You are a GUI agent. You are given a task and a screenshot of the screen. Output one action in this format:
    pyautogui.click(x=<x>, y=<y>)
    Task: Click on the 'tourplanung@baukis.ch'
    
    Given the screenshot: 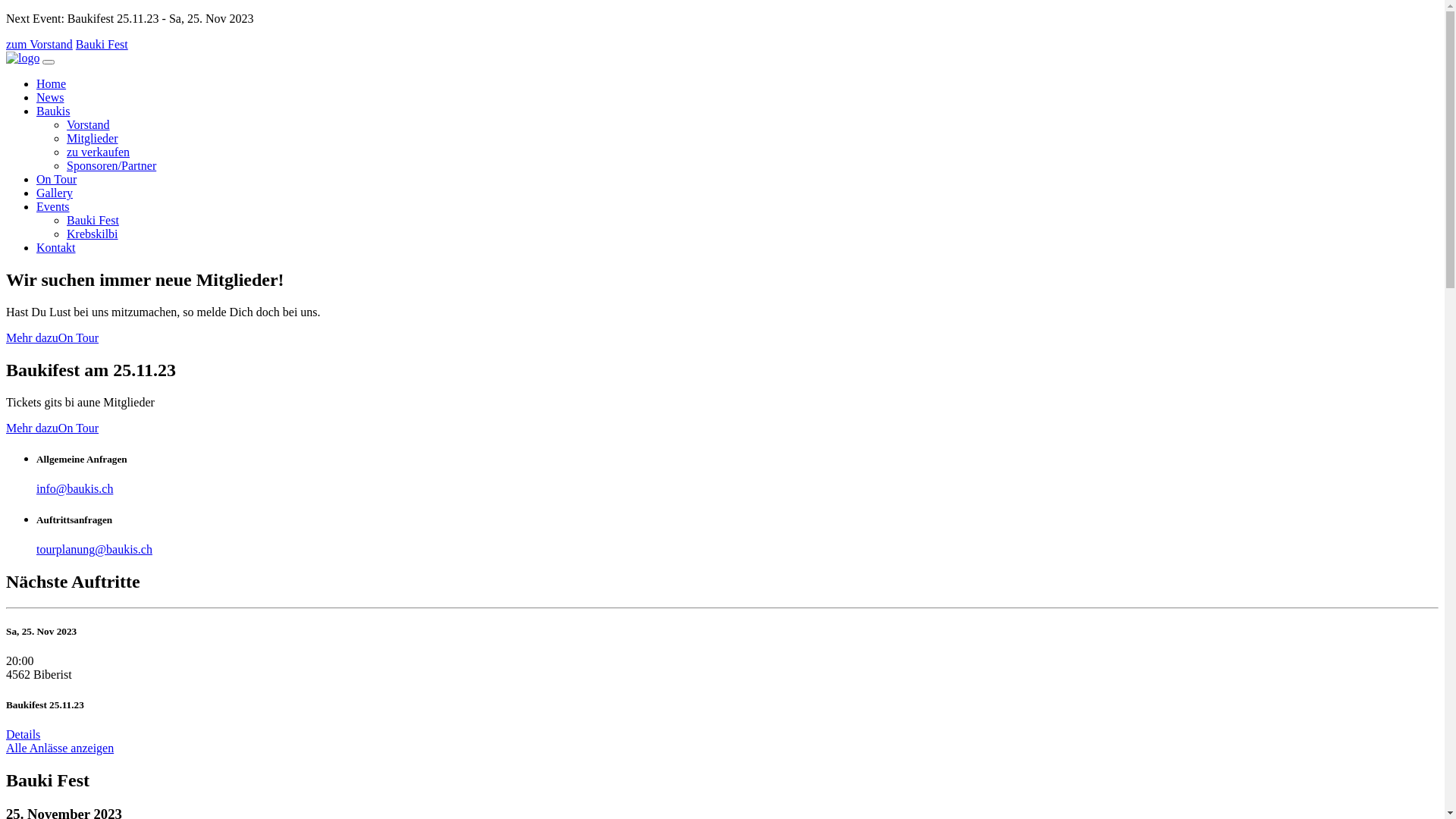 What is the action you would take?
    pyautogui.click(x=93, y=549)
    